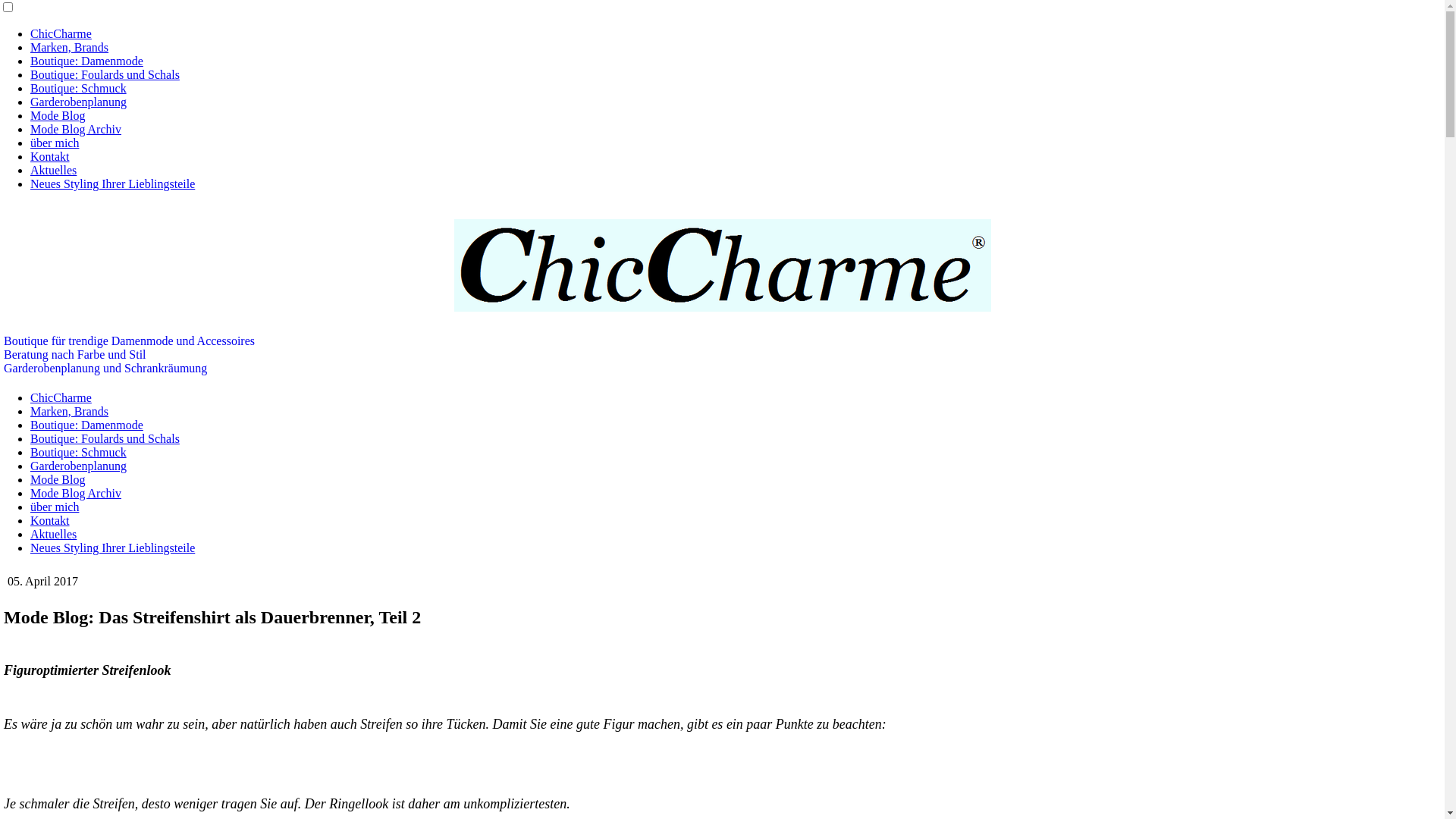  I want to click on 'Kontakt', so click(50, 156).